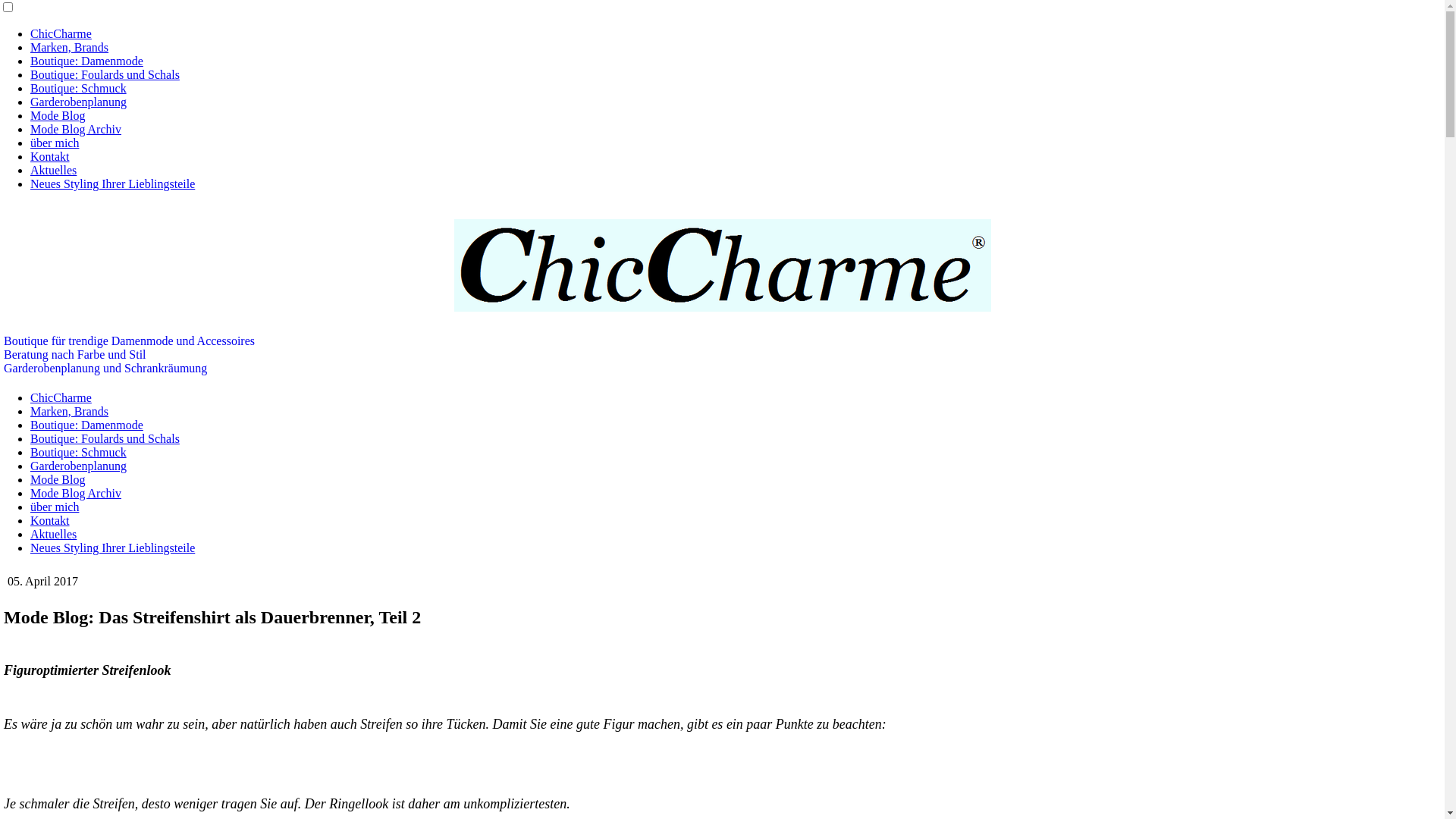  I want to click on 'Kontakt', so click(50, 156).